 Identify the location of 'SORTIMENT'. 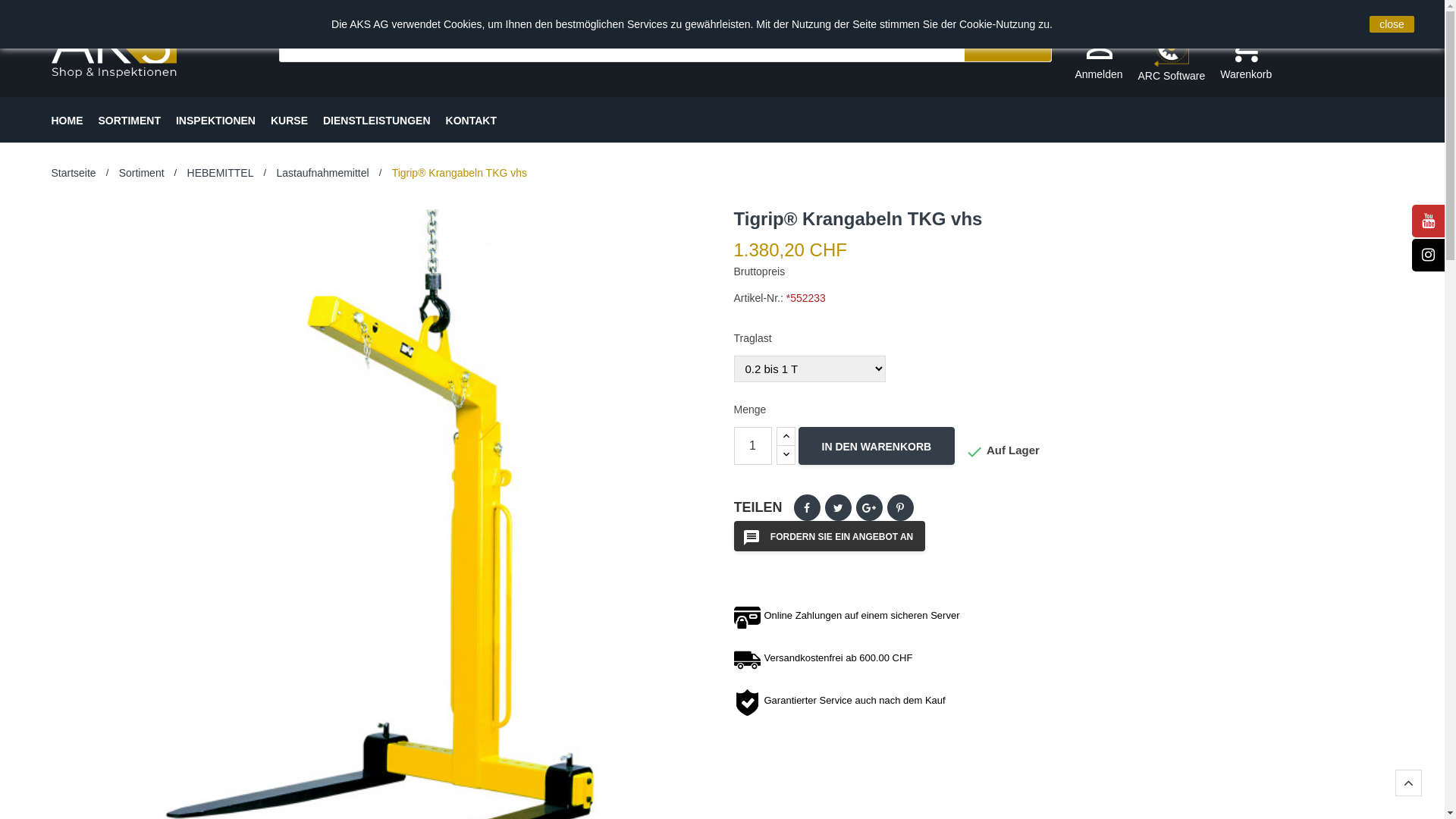
(130, 119).